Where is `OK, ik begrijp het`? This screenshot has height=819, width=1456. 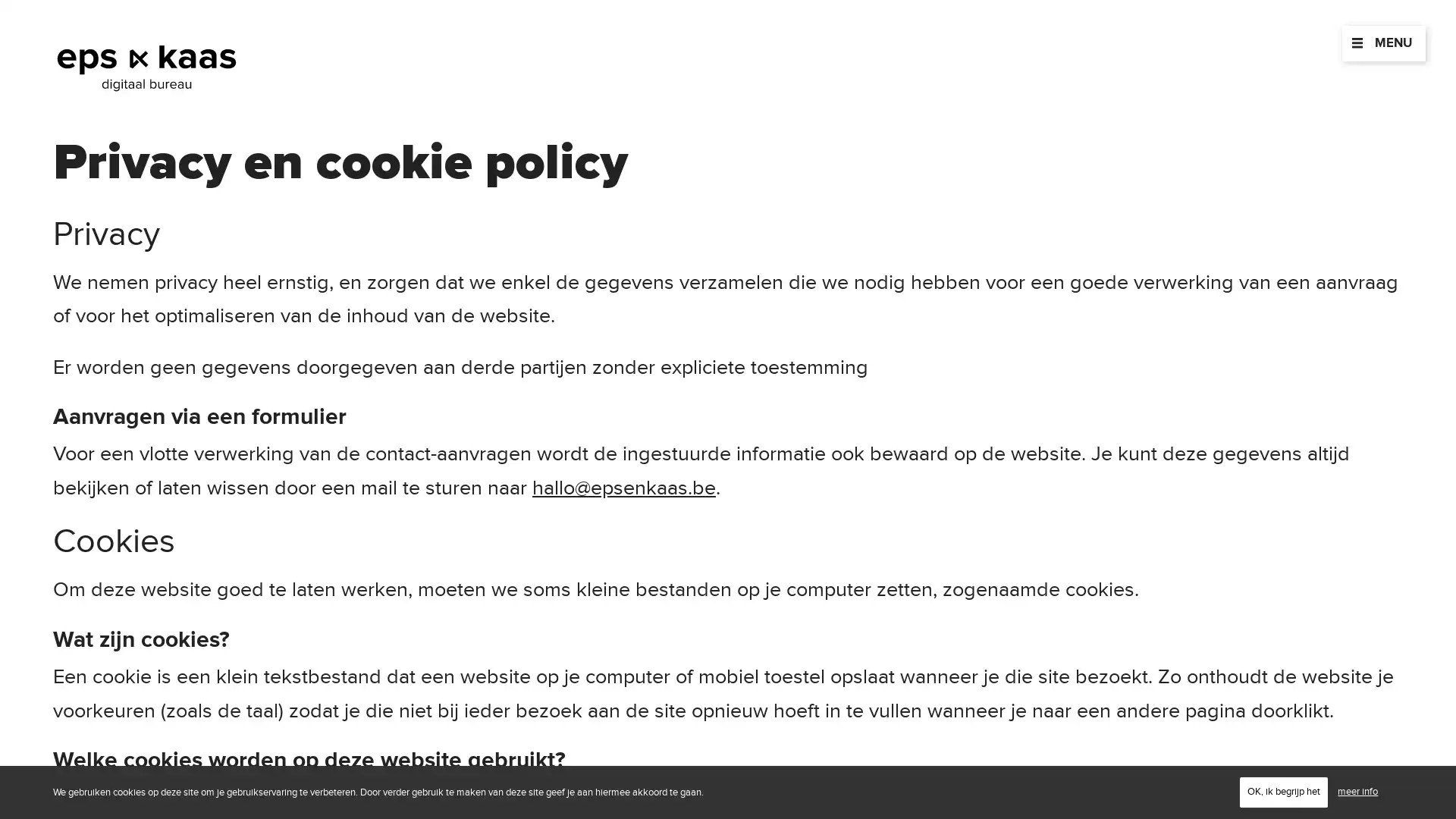
OK, ik begrijp het is located at coordinates (1283, 791).